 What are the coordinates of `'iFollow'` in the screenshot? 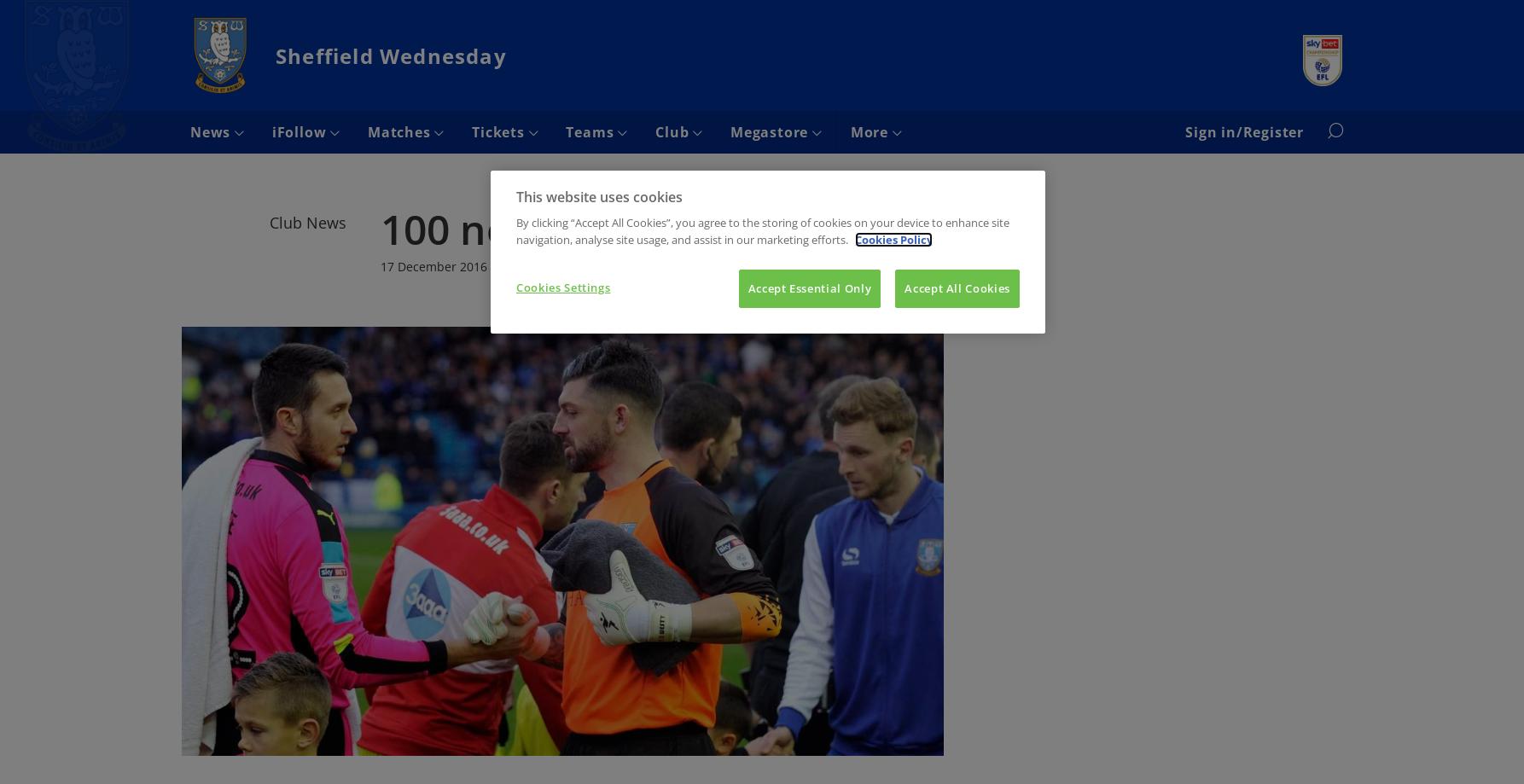 It's located at (300, 131).